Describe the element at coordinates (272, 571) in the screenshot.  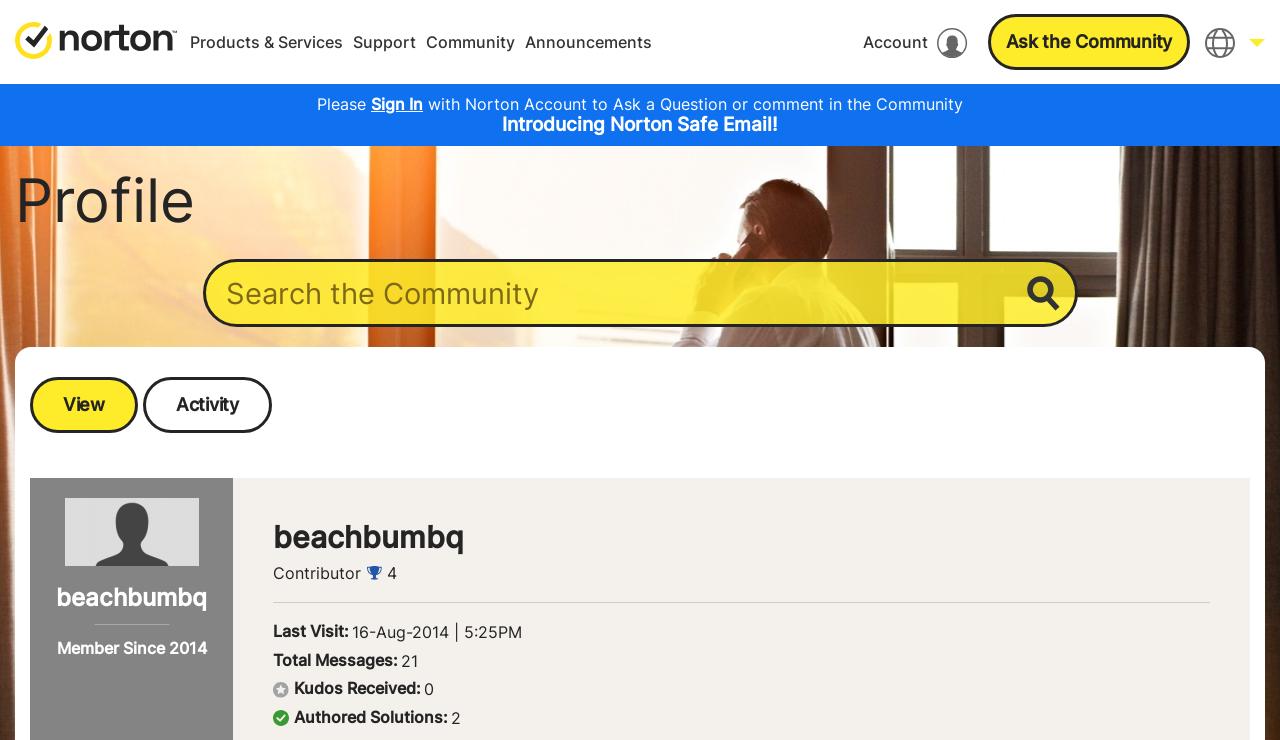
I see `'Contributor'` at that location.